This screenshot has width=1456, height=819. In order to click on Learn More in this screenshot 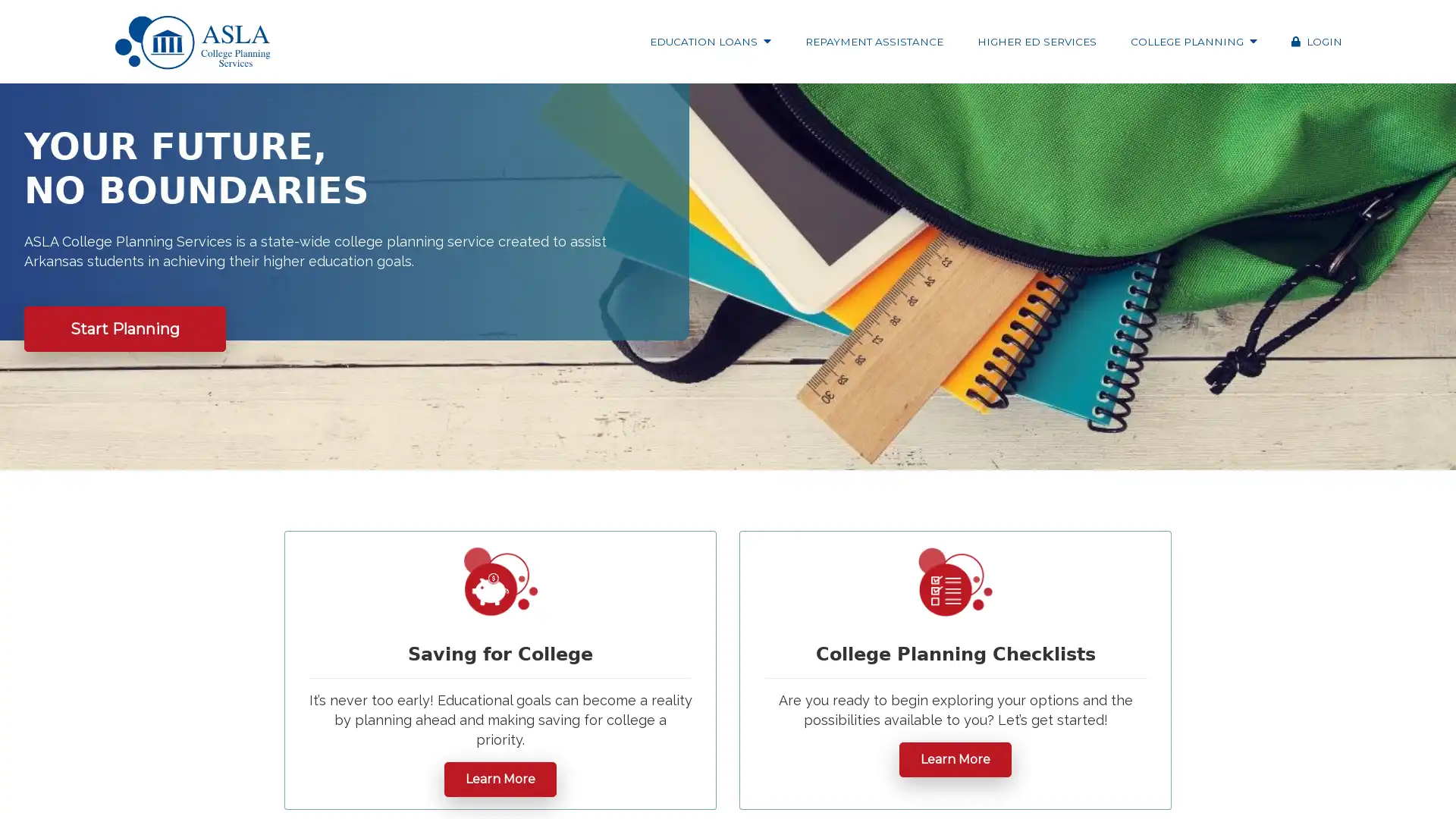, I will do `click(500, 778)`.